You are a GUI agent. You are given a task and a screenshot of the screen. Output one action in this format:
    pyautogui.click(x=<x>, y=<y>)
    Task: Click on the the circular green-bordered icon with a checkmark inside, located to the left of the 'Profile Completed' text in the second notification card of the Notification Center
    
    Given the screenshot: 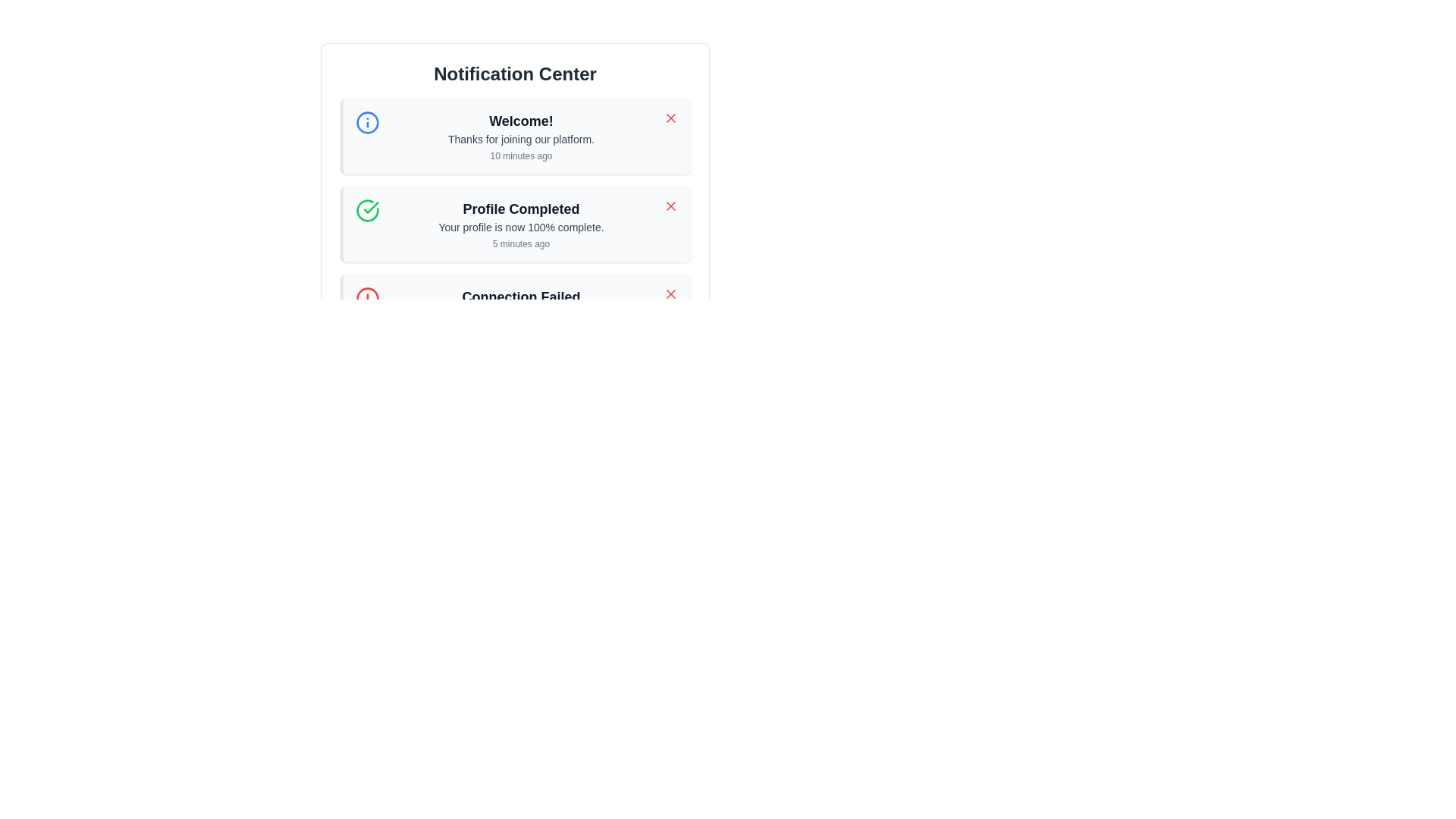 What is the action you would take?
    pyautogui.click(x=367, y=210)
    